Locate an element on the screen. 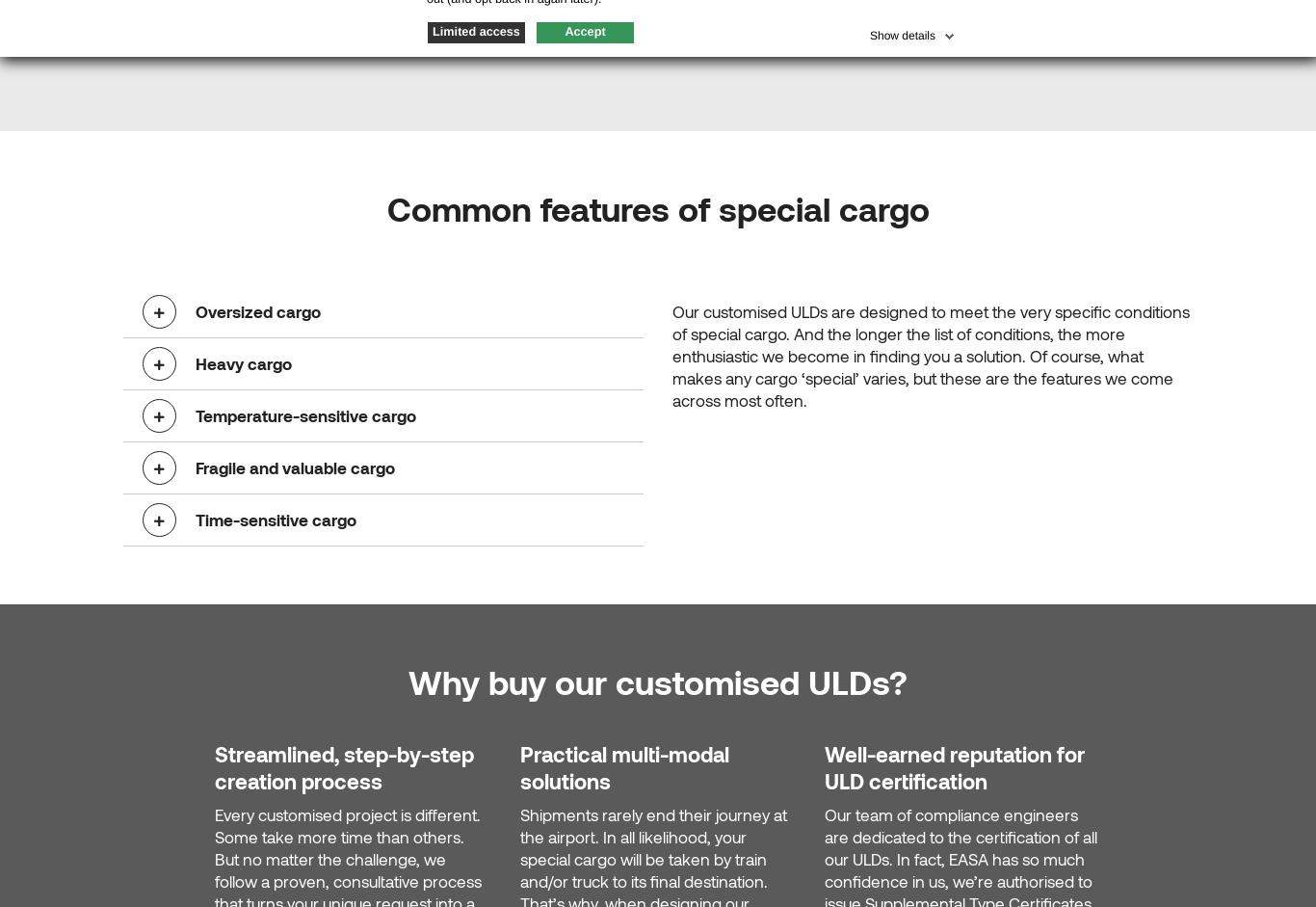 The image size is (1316, 907). 'Time-sensitive cargo' is located at coordinates (276, 518).